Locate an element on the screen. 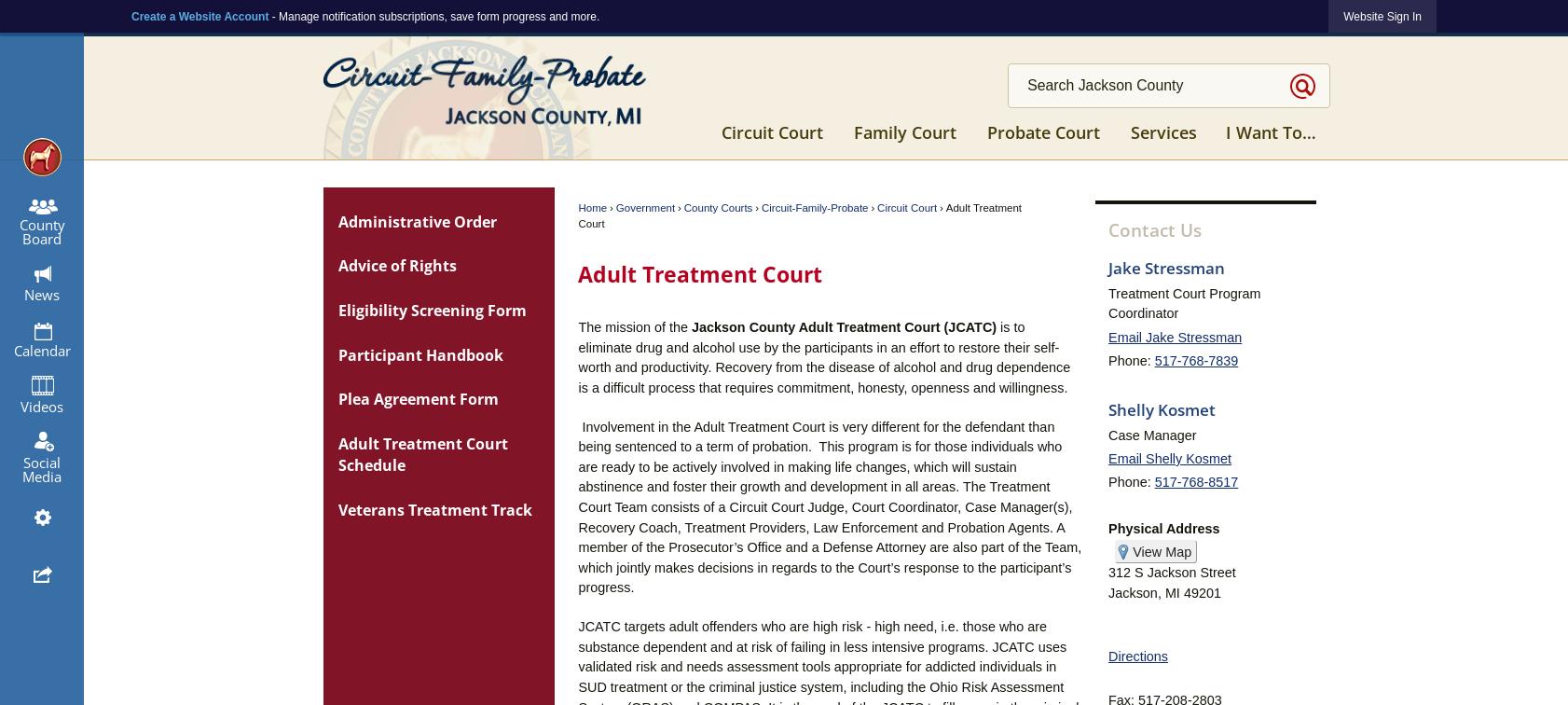  'Adult Treatment Court Schedule' is located at coordinates (421, 454).